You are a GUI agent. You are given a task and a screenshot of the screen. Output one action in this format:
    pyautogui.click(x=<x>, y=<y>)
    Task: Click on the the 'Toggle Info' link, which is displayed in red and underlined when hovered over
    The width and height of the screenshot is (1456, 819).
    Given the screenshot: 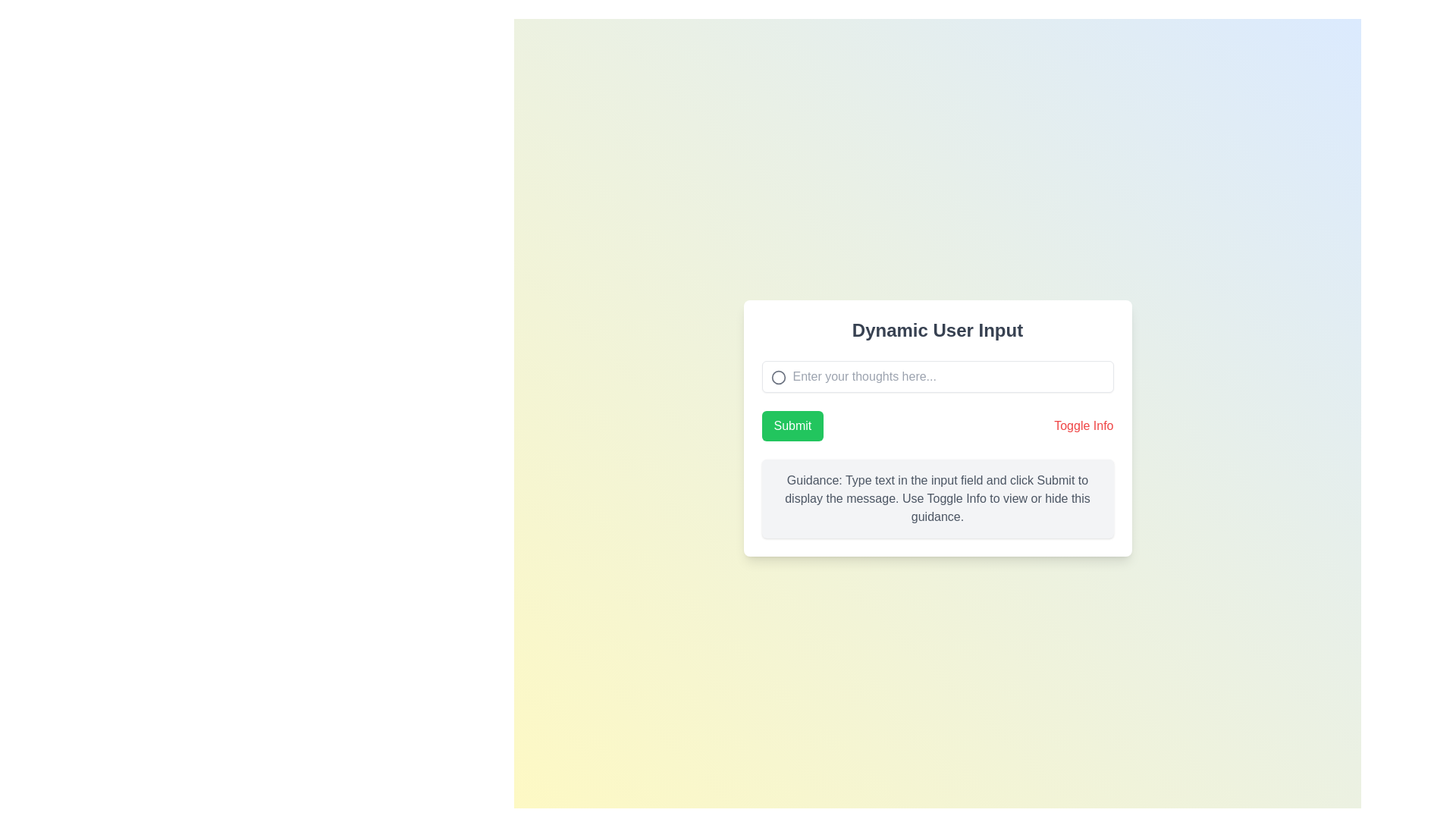 What is the action you would take?
    pyautogui.click(x=1083, y=426)
    